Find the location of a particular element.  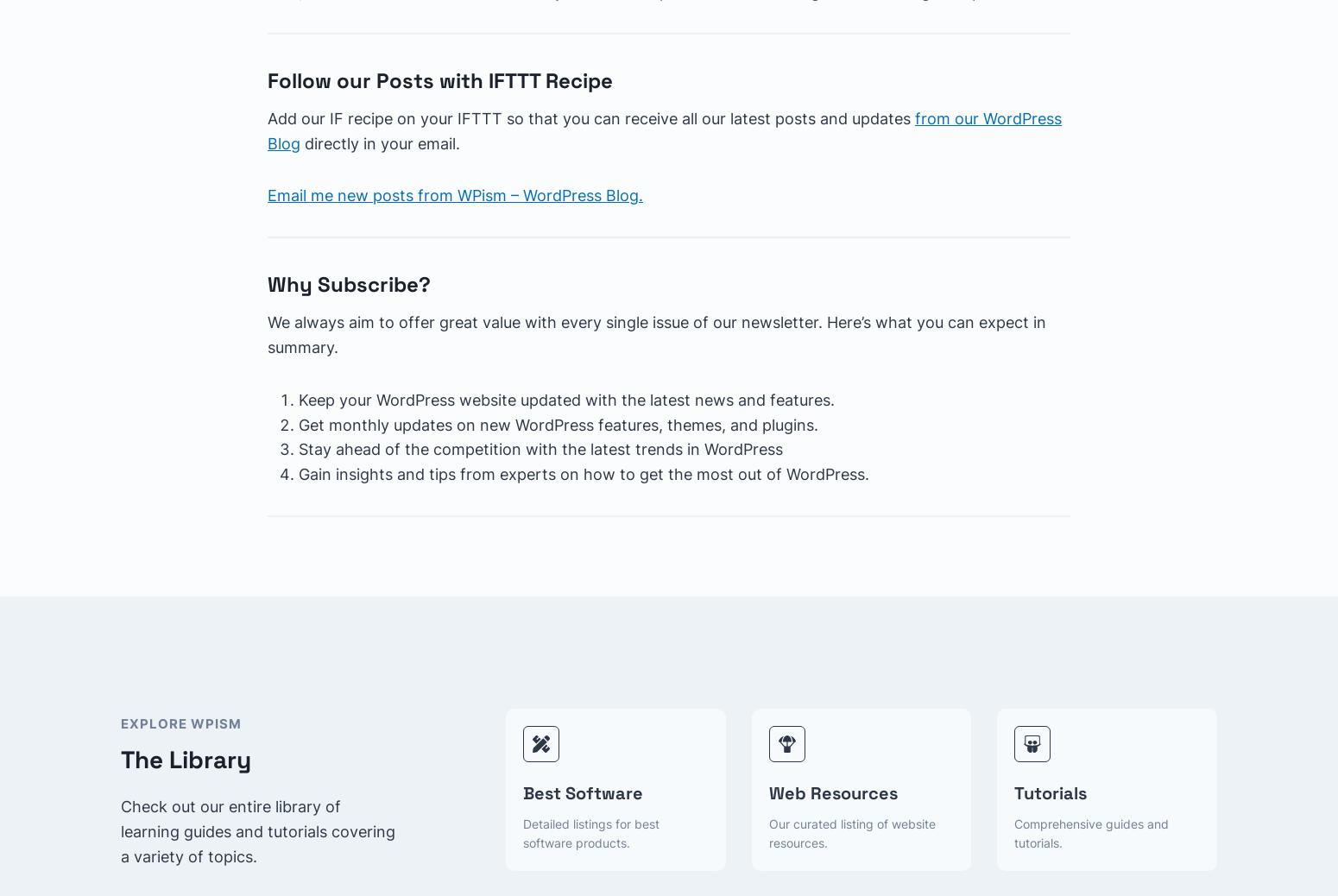

'directly in your email.' is located at coordinates (299, 142).